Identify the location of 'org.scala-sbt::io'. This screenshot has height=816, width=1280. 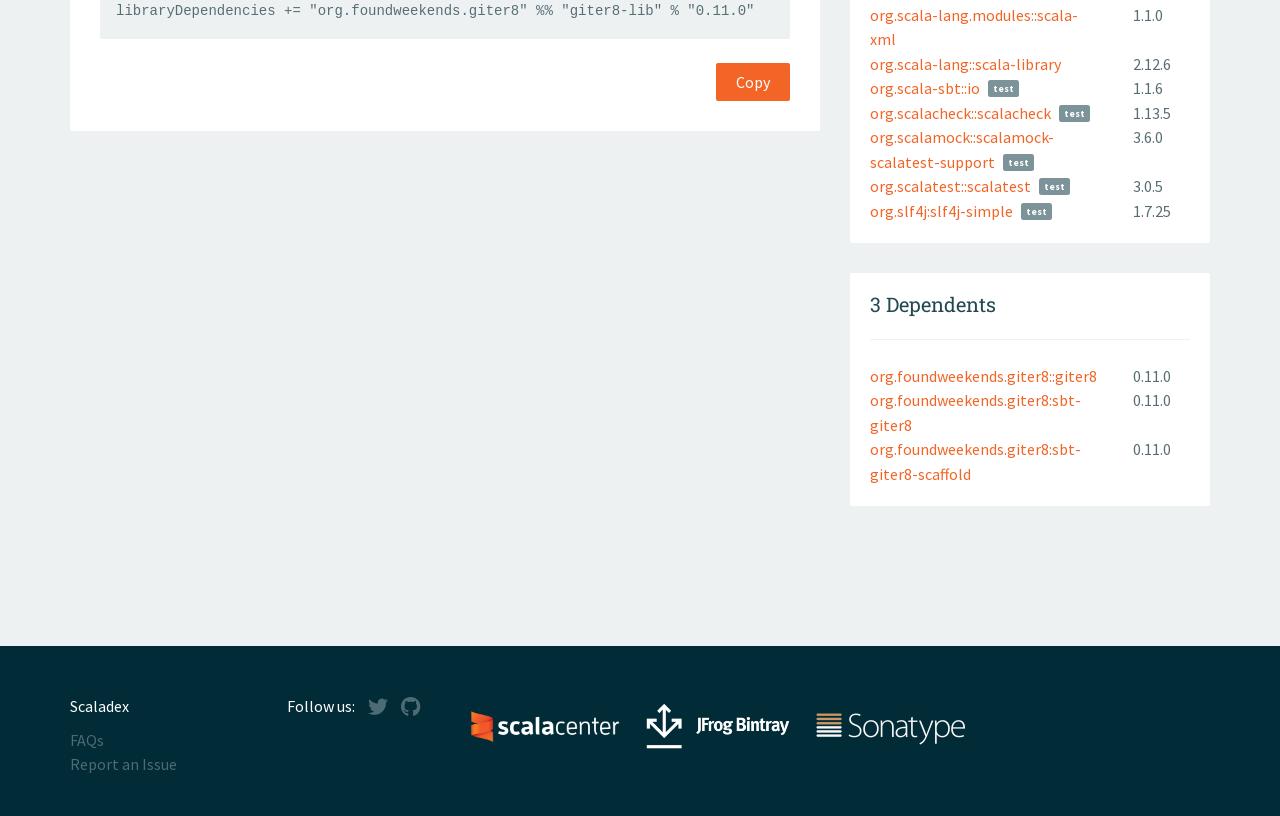
(924, 86).